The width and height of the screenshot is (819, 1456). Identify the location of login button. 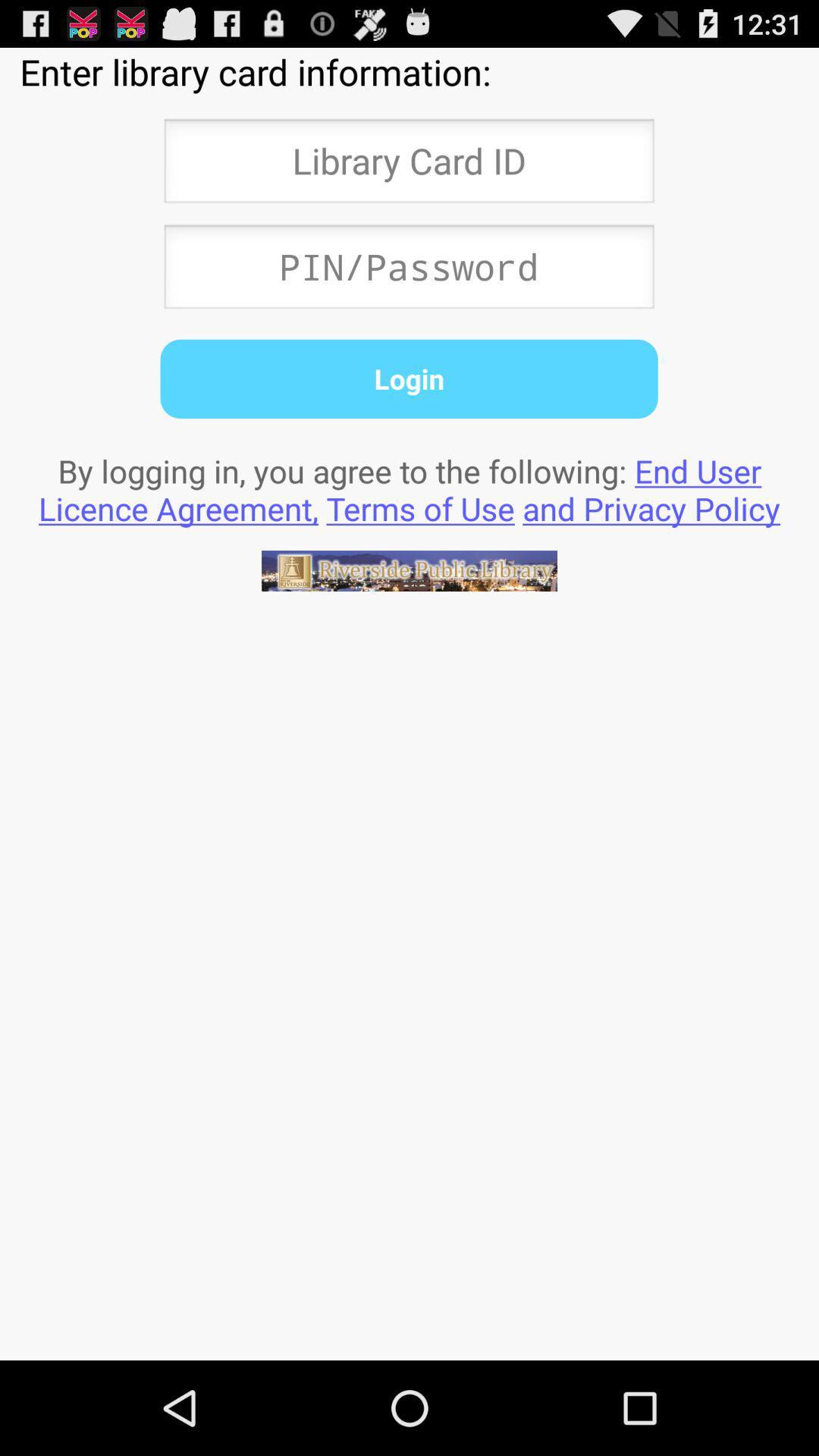
(408, 378).